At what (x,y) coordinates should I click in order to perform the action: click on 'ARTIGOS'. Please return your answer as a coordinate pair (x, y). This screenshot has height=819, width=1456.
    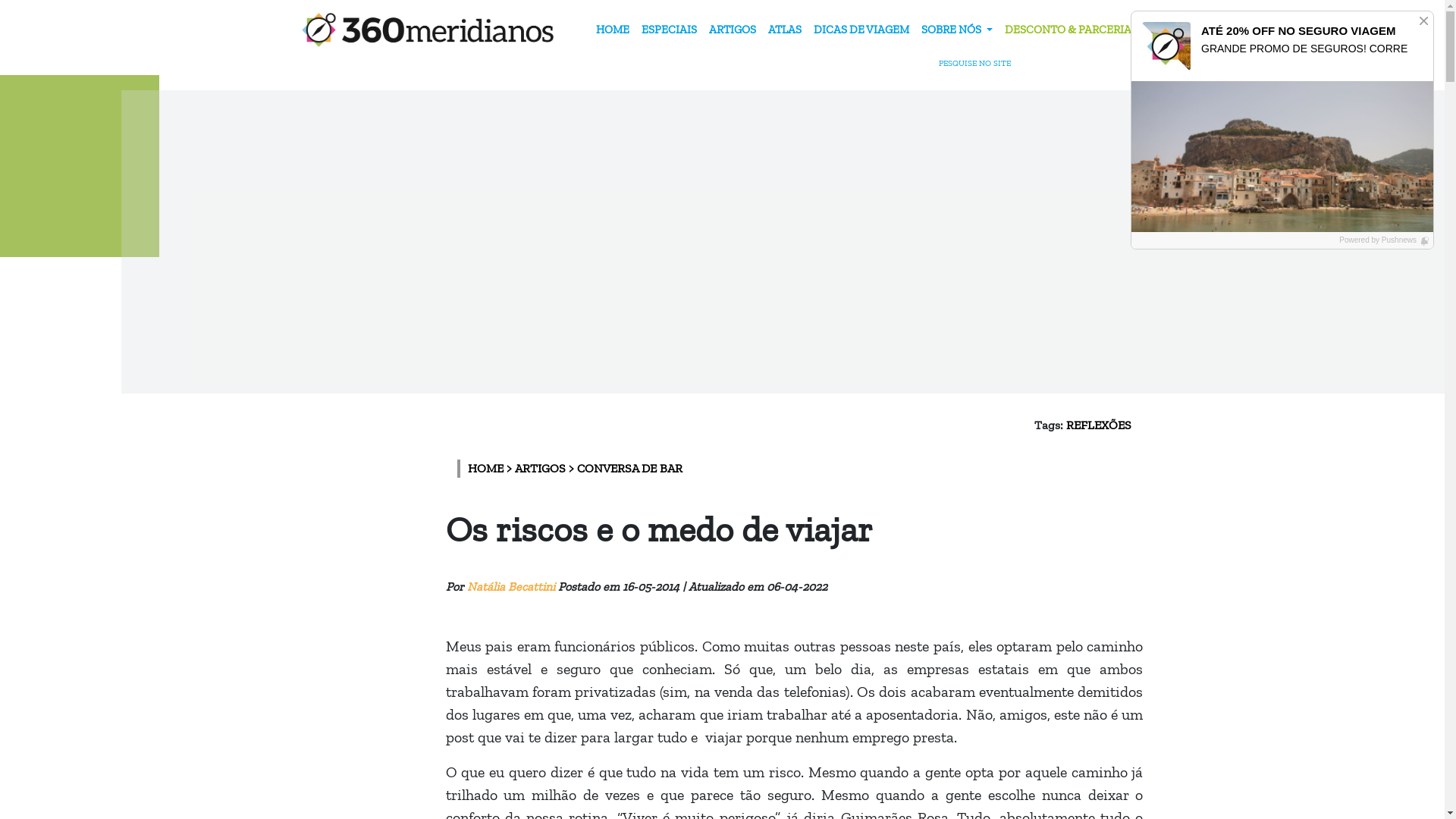
    Looking at the image, I should click on (732, 30).